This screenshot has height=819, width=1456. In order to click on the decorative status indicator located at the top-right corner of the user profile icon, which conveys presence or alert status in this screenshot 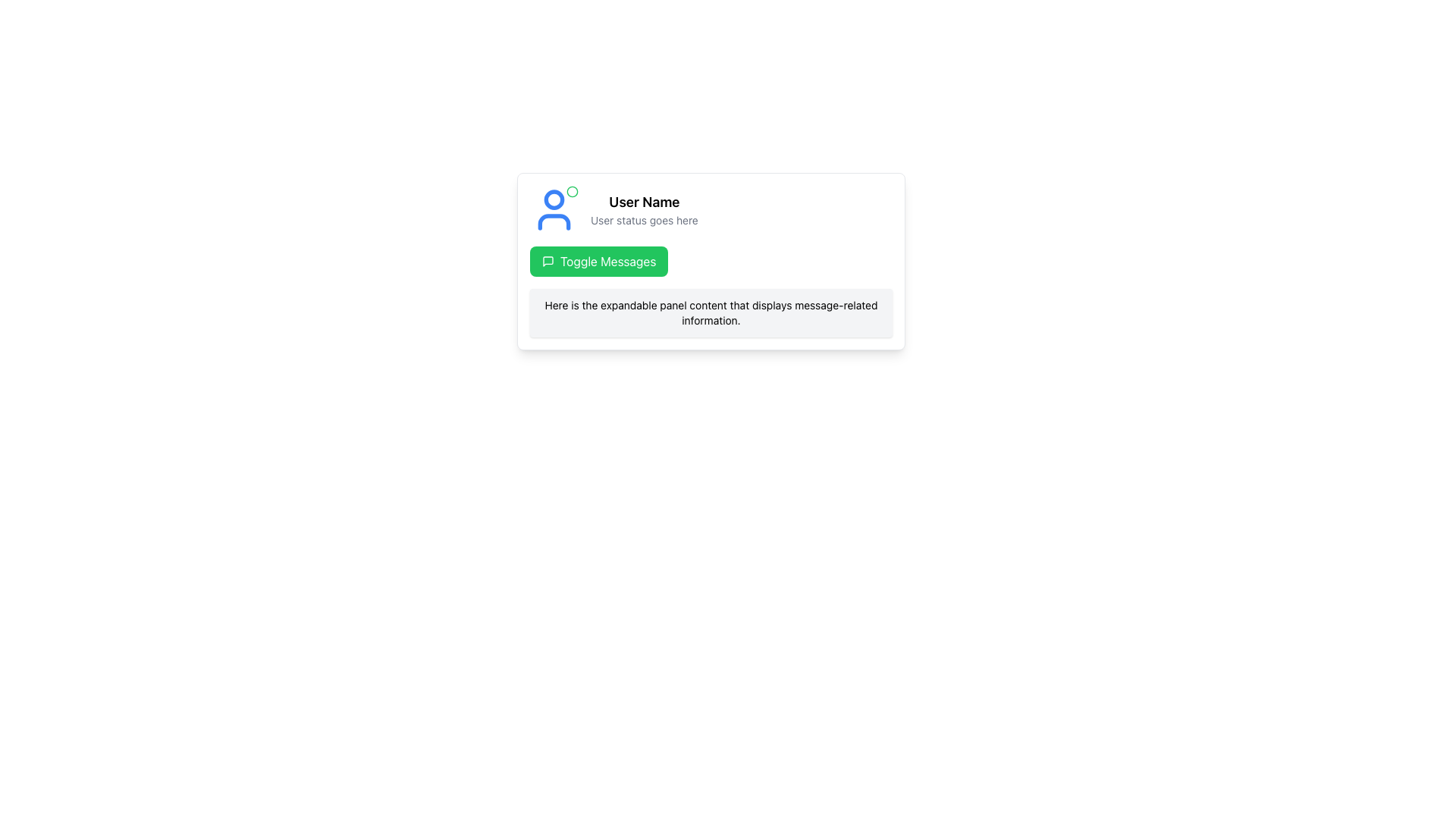, I will do `click(571, 191)`.